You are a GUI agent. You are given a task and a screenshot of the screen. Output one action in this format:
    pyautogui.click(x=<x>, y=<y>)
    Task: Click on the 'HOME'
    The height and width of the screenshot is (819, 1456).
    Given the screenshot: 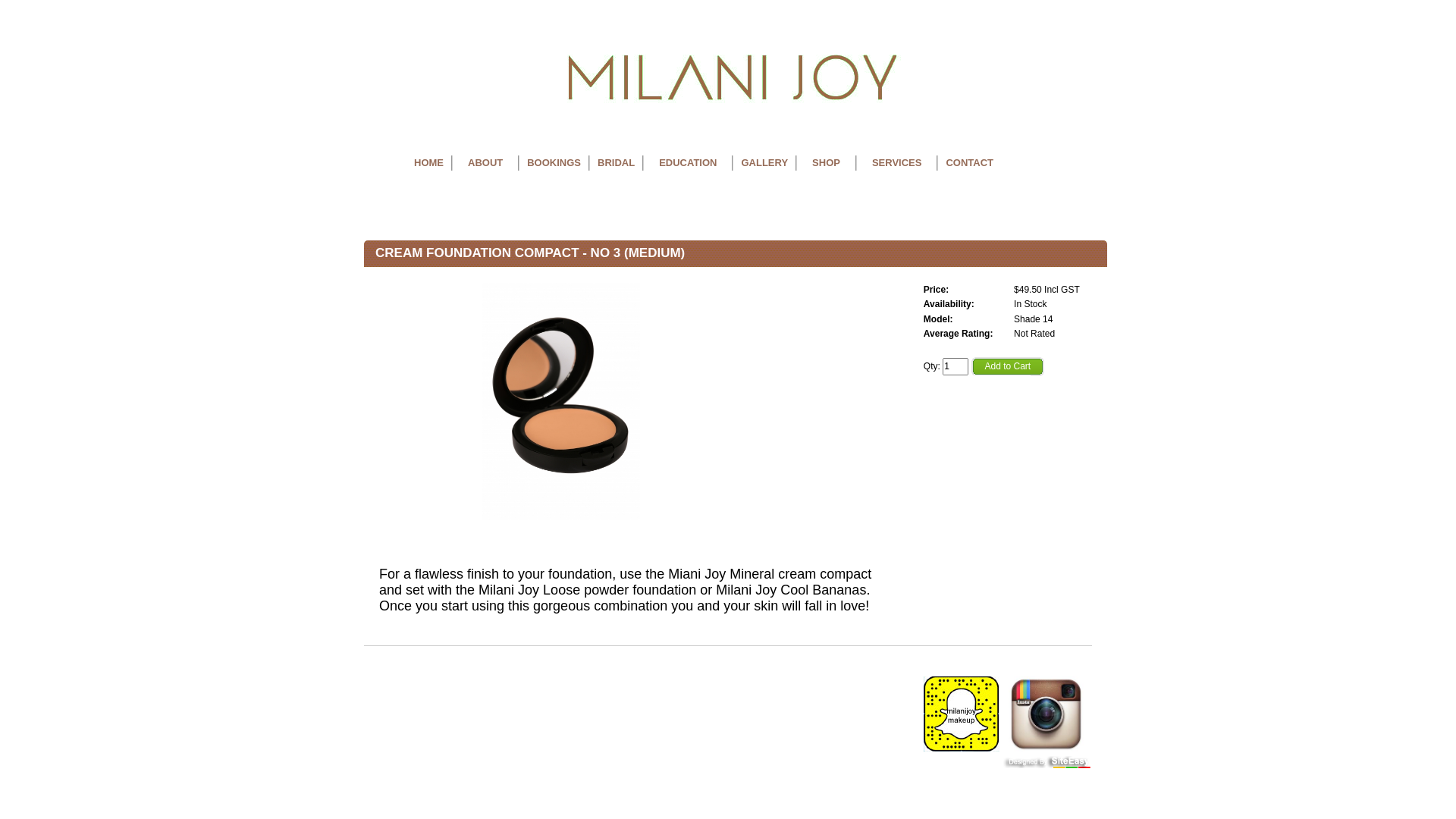 What is the action you would take?
    pyautogui.click(x=428, y=163)
    